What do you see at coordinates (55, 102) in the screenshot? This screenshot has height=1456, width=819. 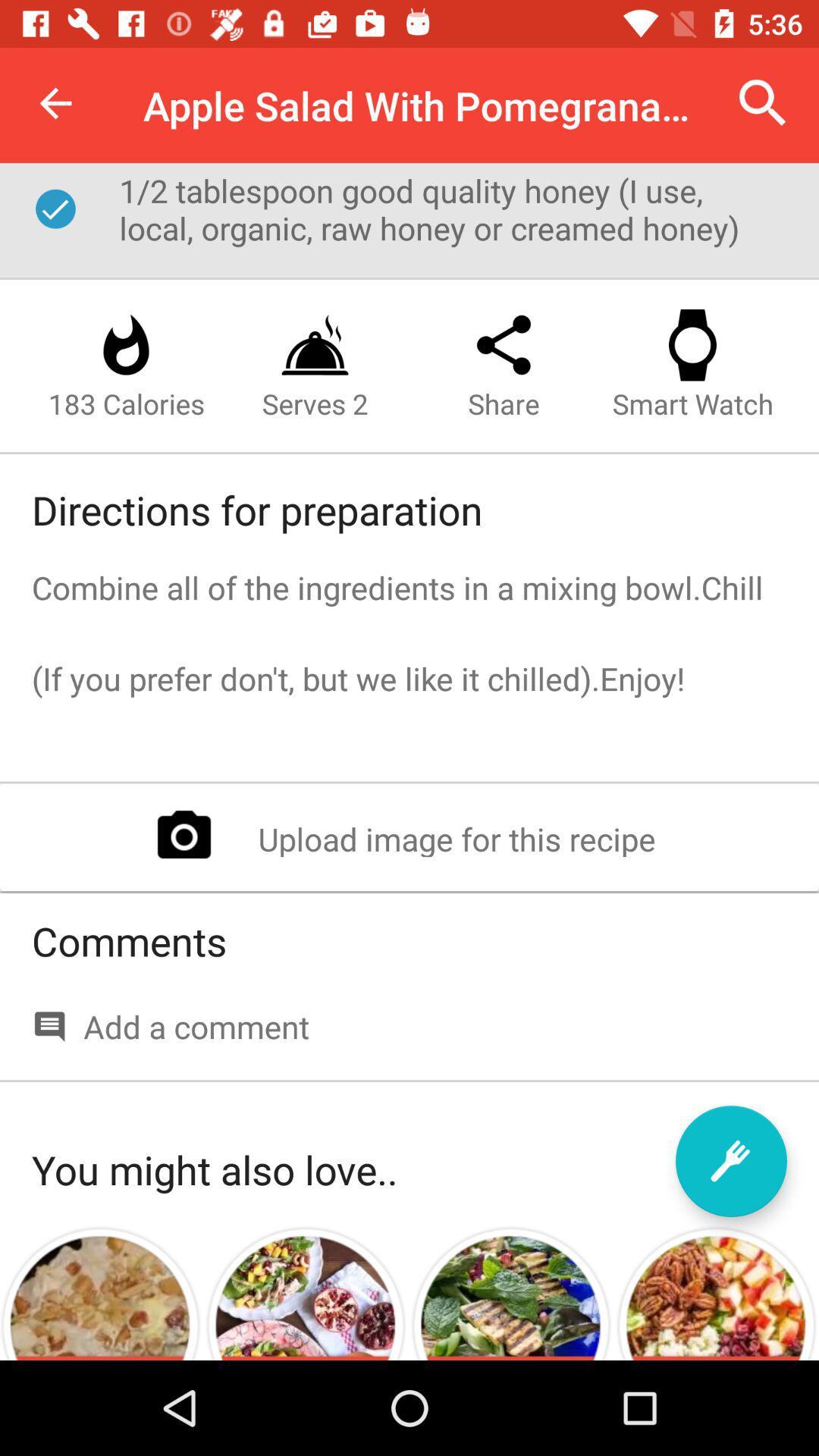 I see `item to the left of the apple salad with` at bounding box center [55, 102].